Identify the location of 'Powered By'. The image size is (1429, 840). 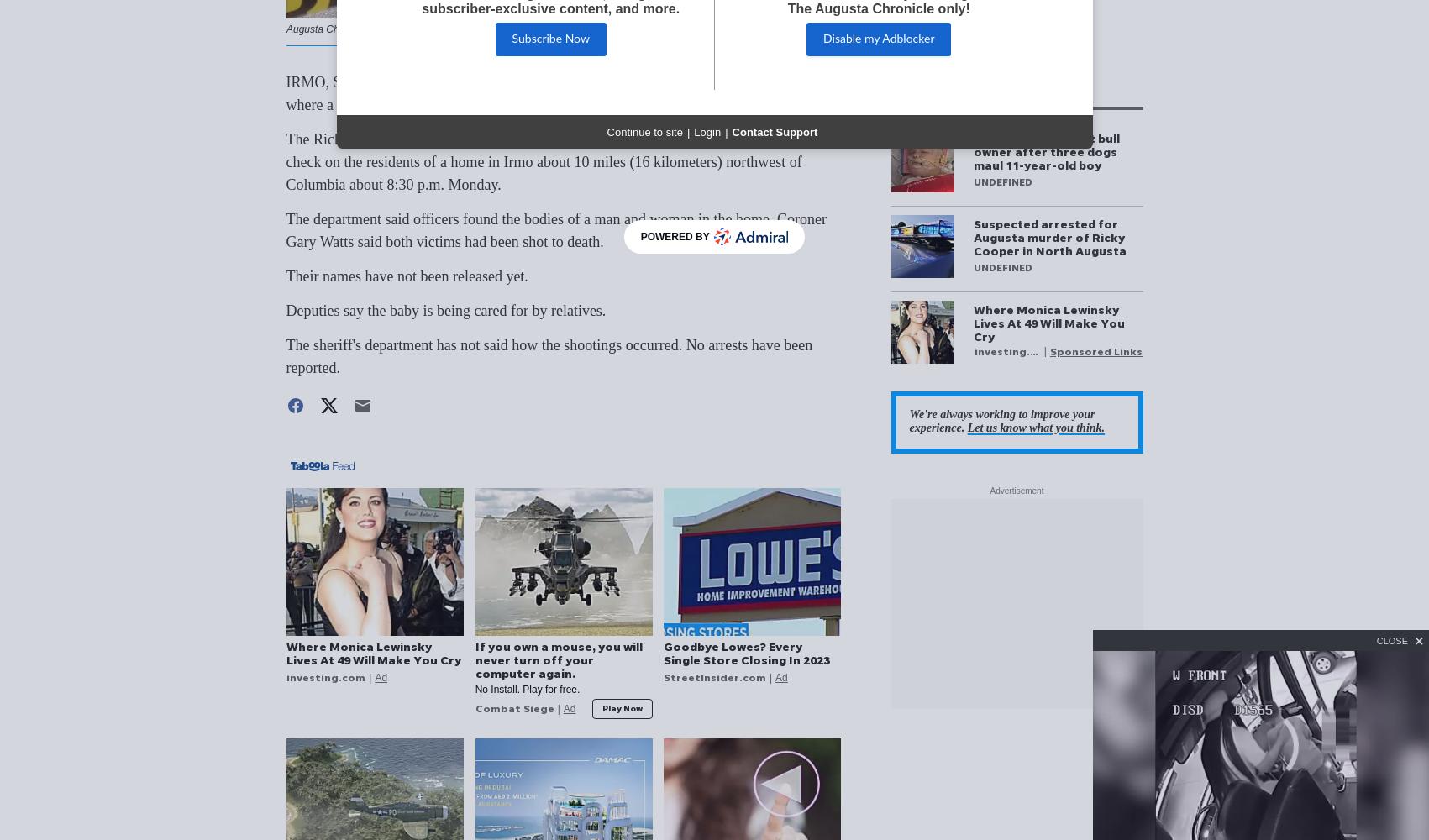
(675, 237).